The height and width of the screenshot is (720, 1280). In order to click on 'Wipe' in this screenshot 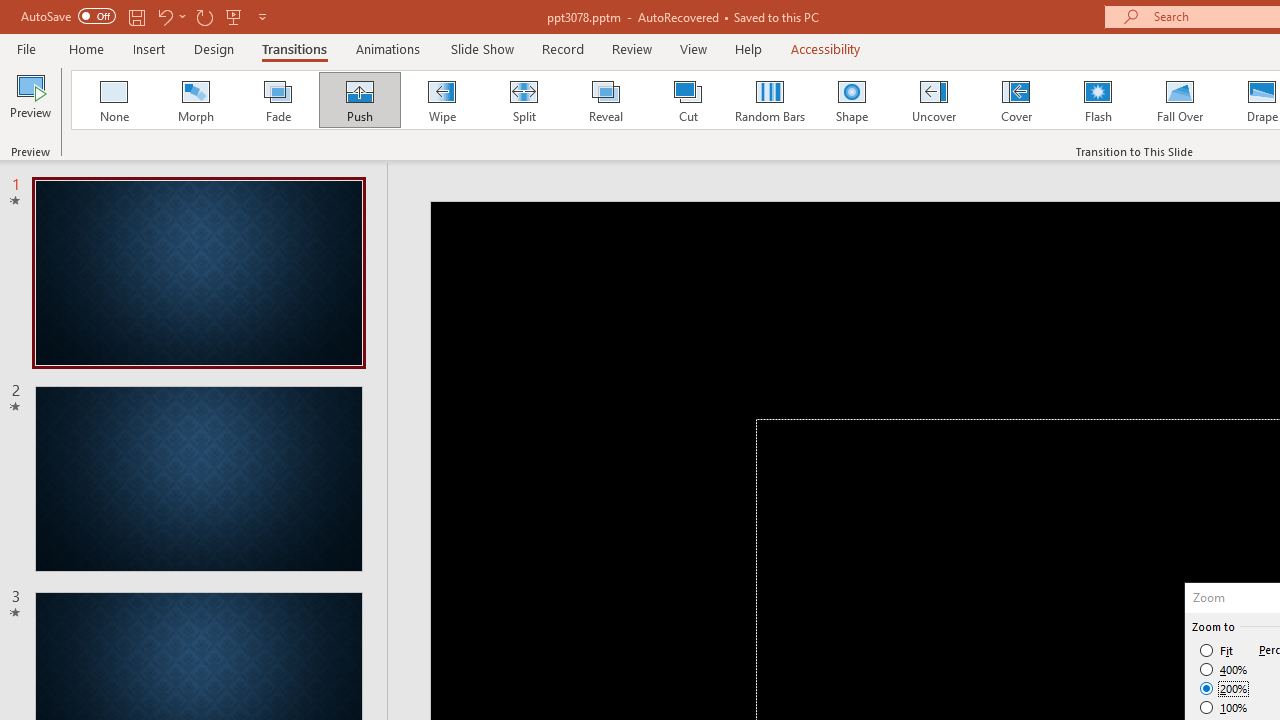, I will do `click(440, 100)`.